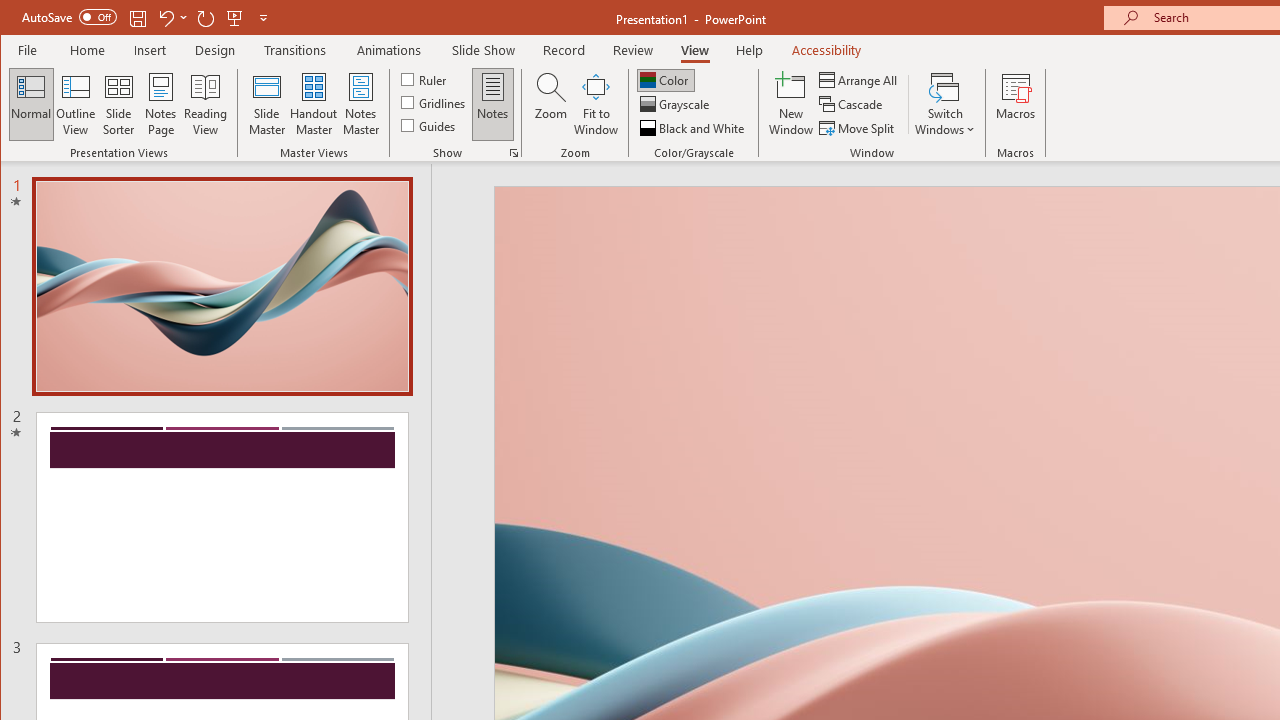 The image size is (1280, 720). Describe the element at coordinates (313, 104) in the screenshot. I see `'Handout Master'` at that location.